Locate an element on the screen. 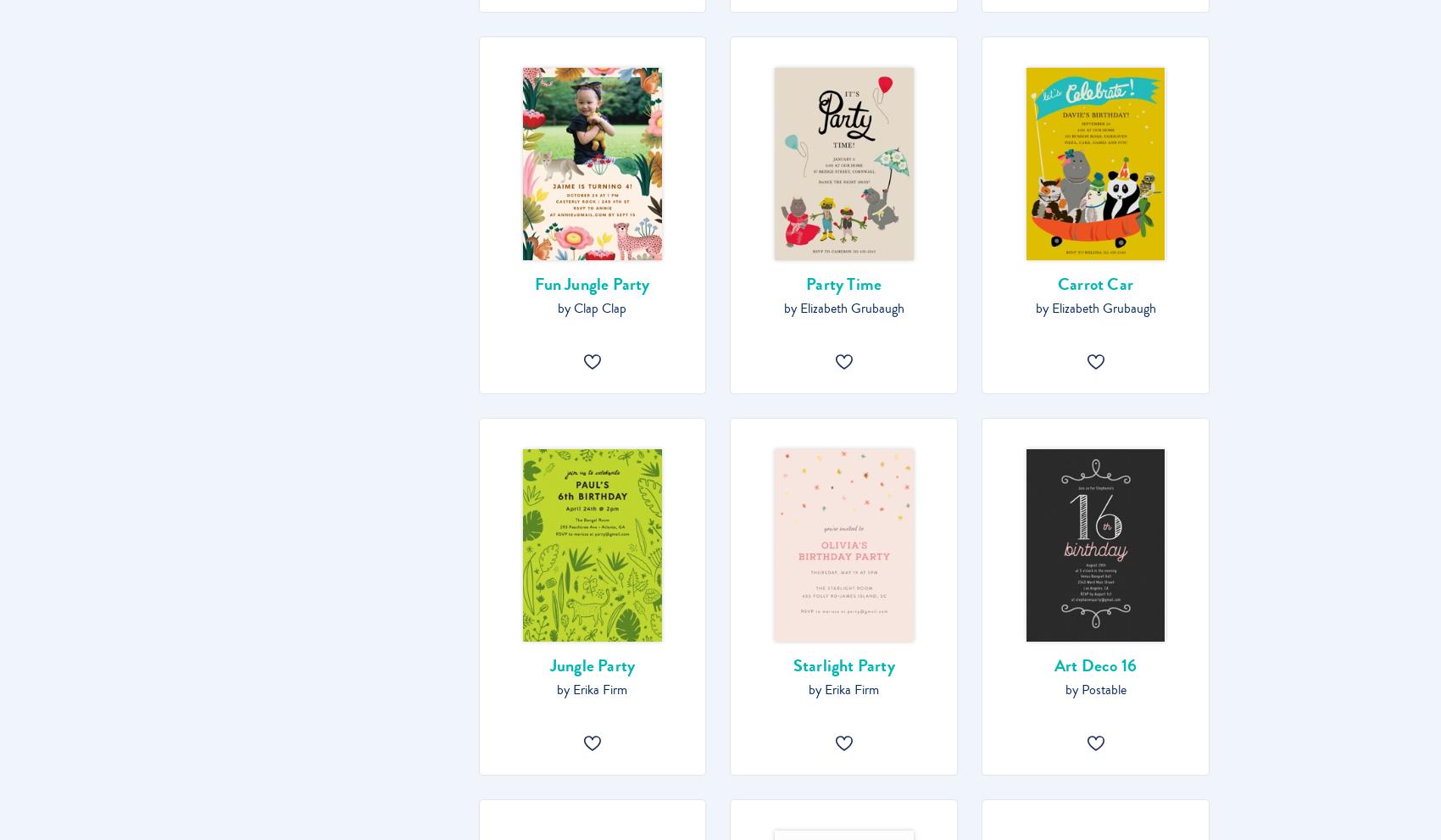 This screenshot has width=1441, height=840. 'Clap Clap' is located at coordinates (600, 307).